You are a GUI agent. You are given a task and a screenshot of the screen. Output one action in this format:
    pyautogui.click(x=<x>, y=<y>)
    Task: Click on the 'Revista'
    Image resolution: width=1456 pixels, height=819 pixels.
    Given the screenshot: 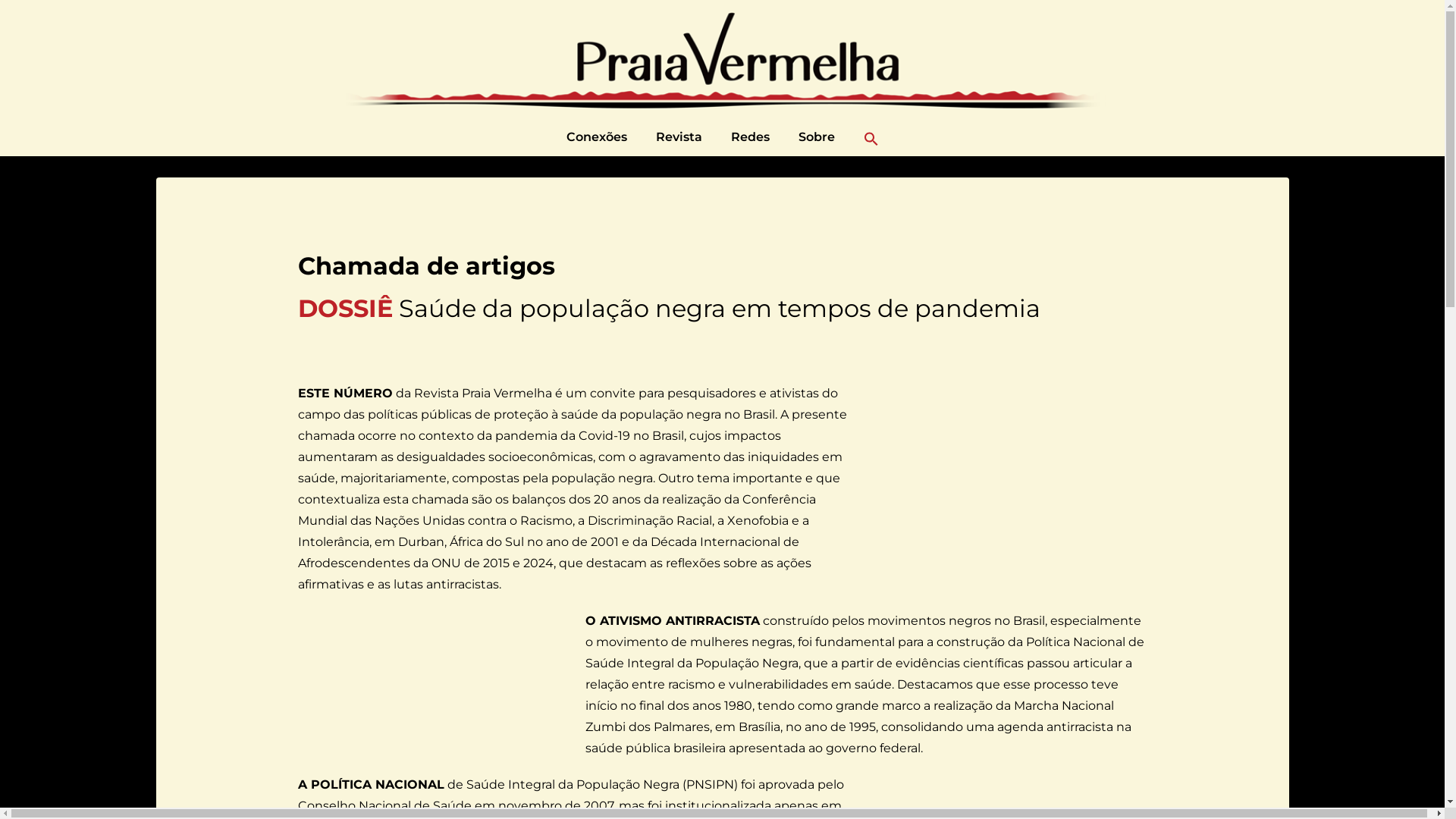 What is the action you would take?
    pyautogui.click(x=641, y=137)
    